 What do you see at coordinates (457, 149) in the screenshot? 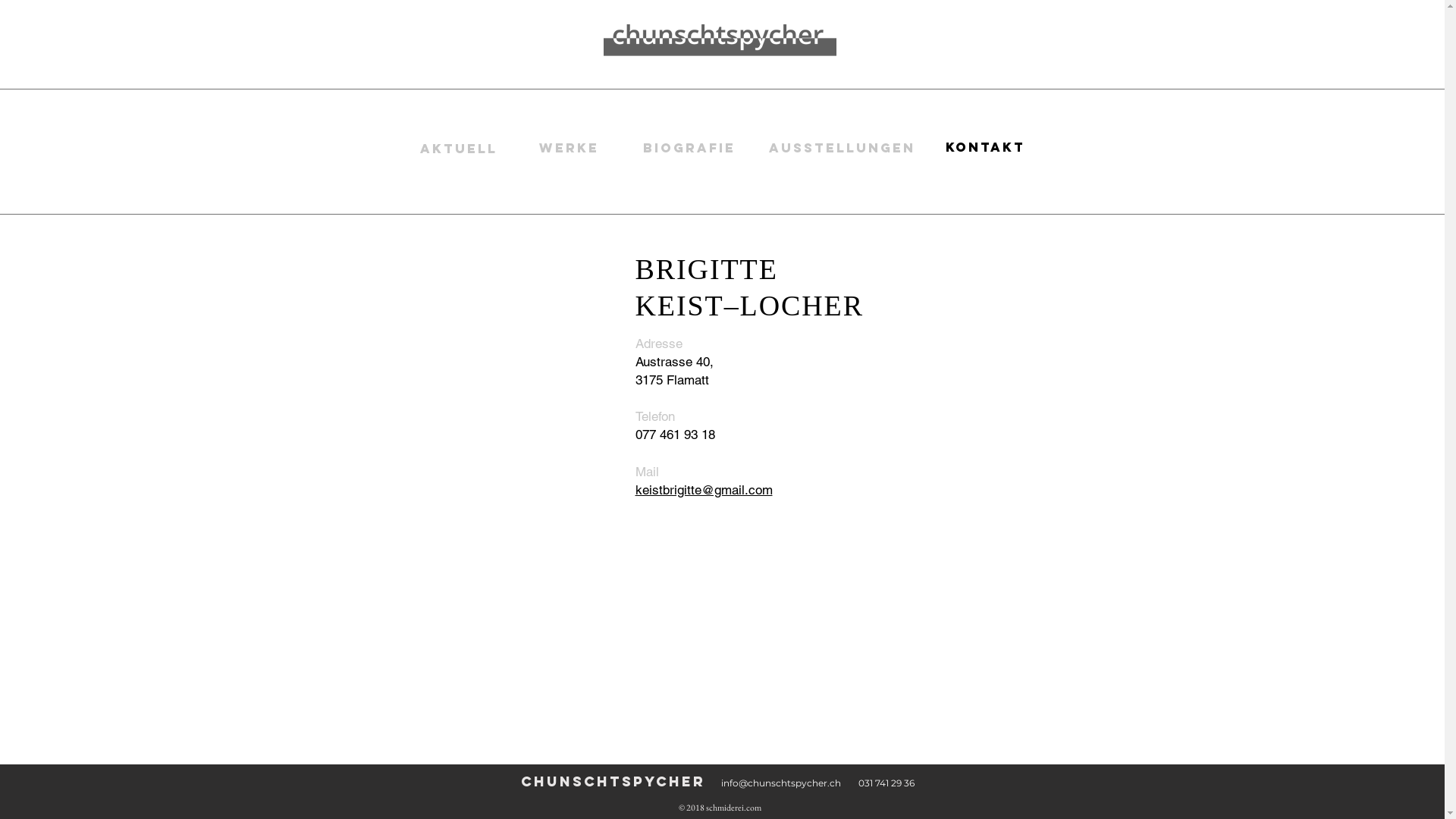
I see `'AKTUELL'` at bounding box center [457, 149].